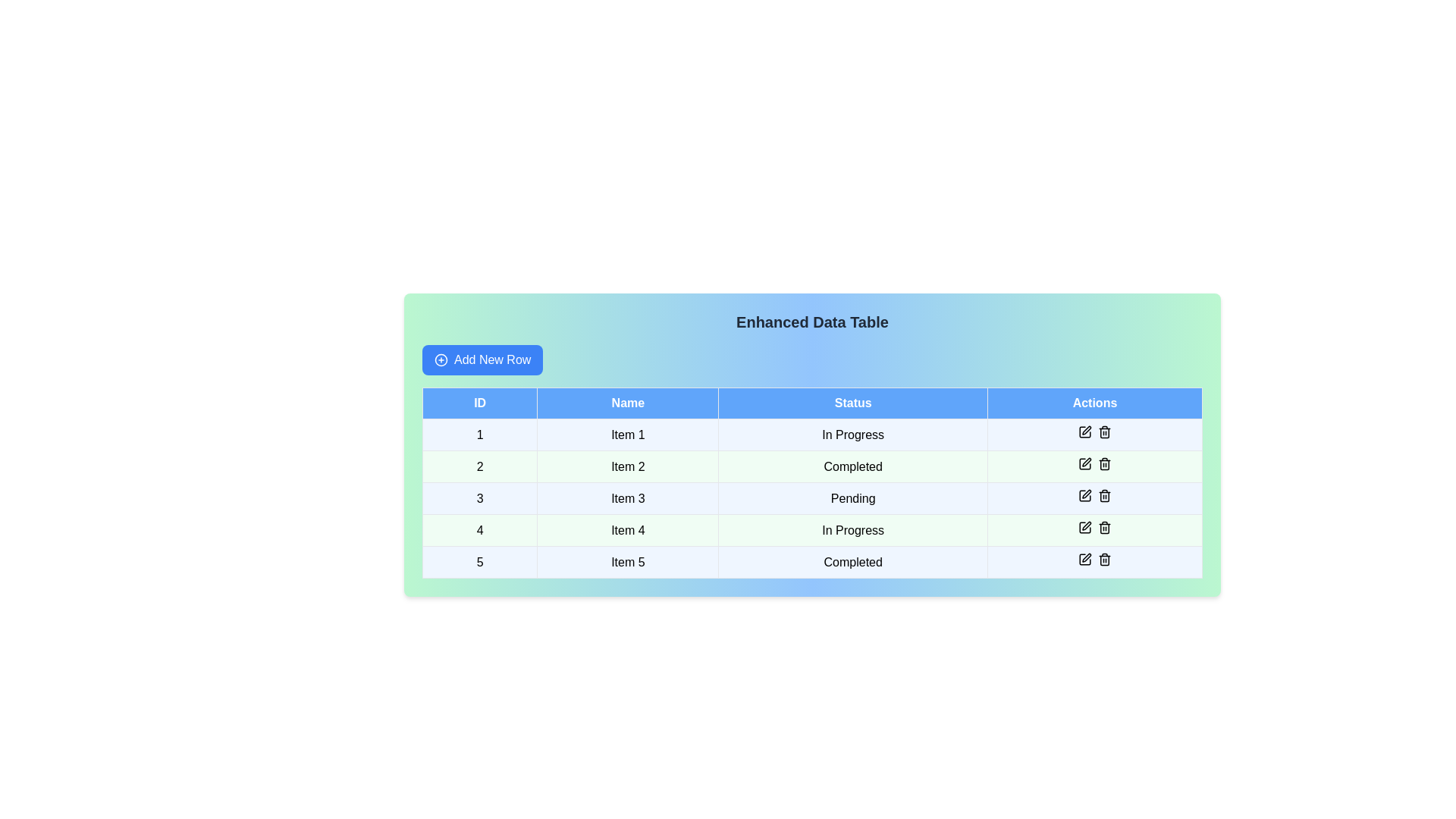  What do you see at coordinates (628, 529) in the screenshot?
I see `the table cell containing the text 'Item 4', located in the second column of the fourth row, which has a light green background and black text` at bounding box center [628, 529].